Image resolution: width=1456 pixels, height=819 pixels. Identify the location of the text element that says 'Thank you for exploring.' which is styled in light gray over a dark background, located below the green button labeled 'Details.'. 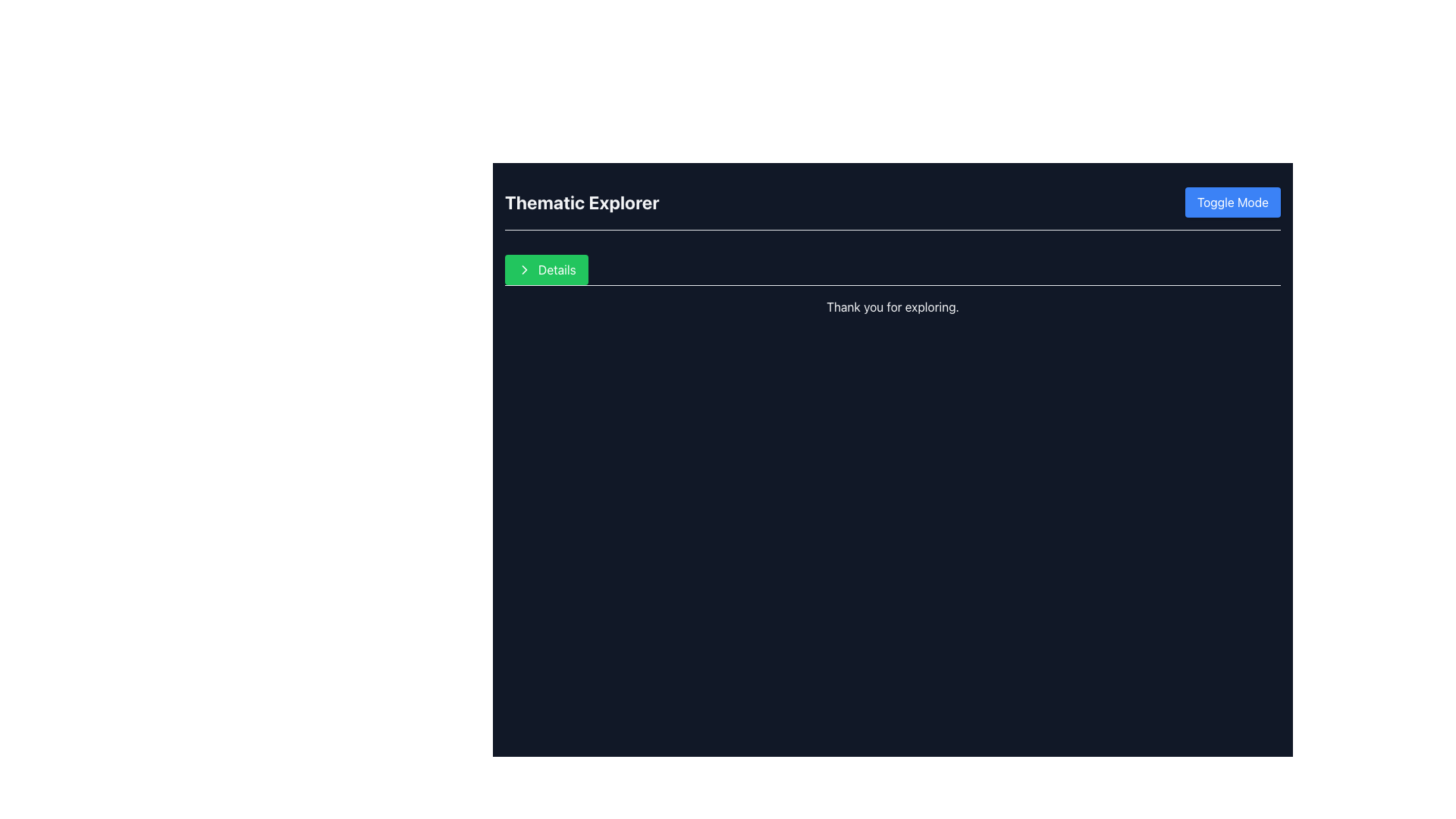
(893, 306).